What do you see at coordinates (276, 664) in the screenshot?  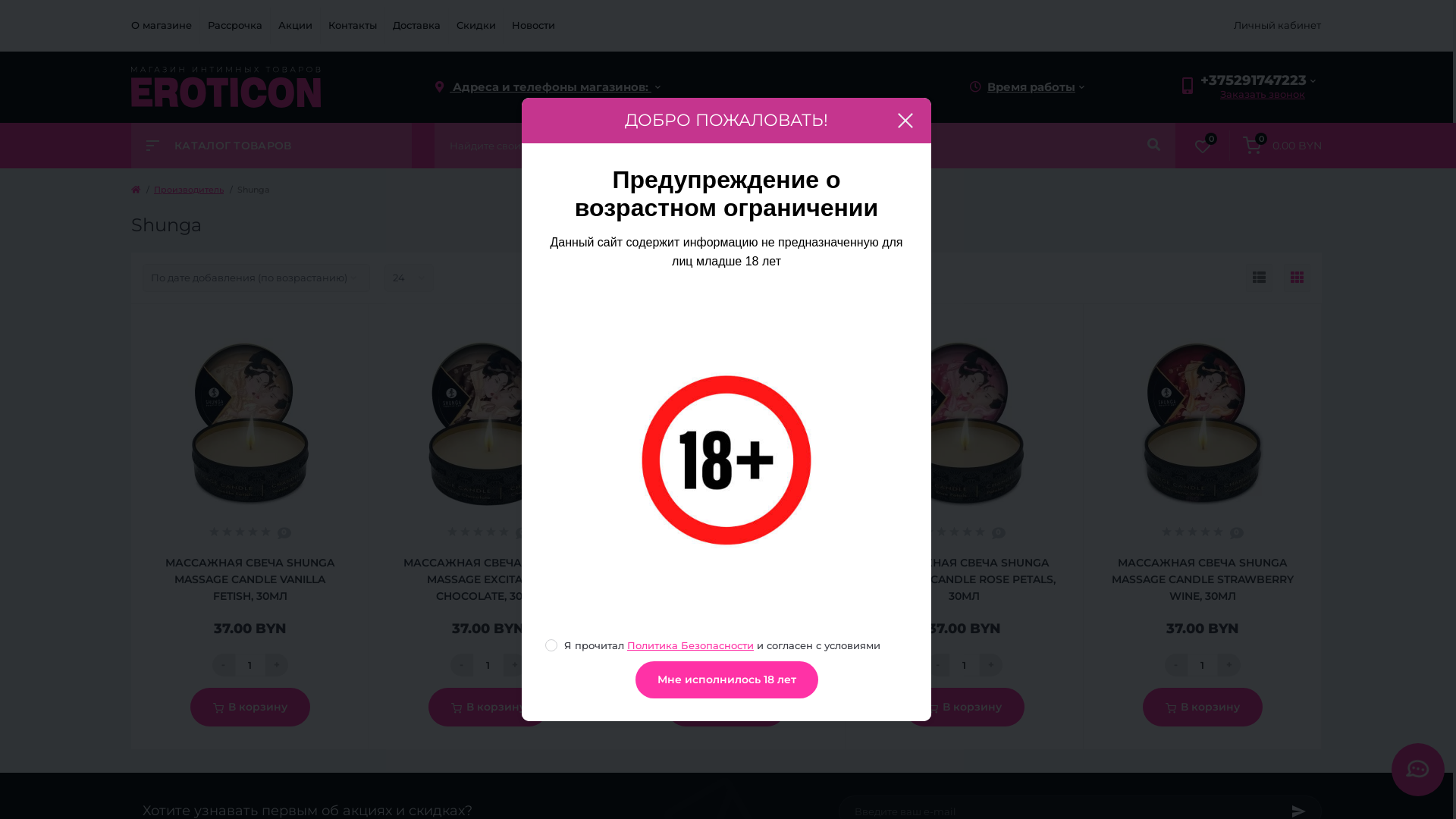 I see `'+'` at bounding box center [276, 664].